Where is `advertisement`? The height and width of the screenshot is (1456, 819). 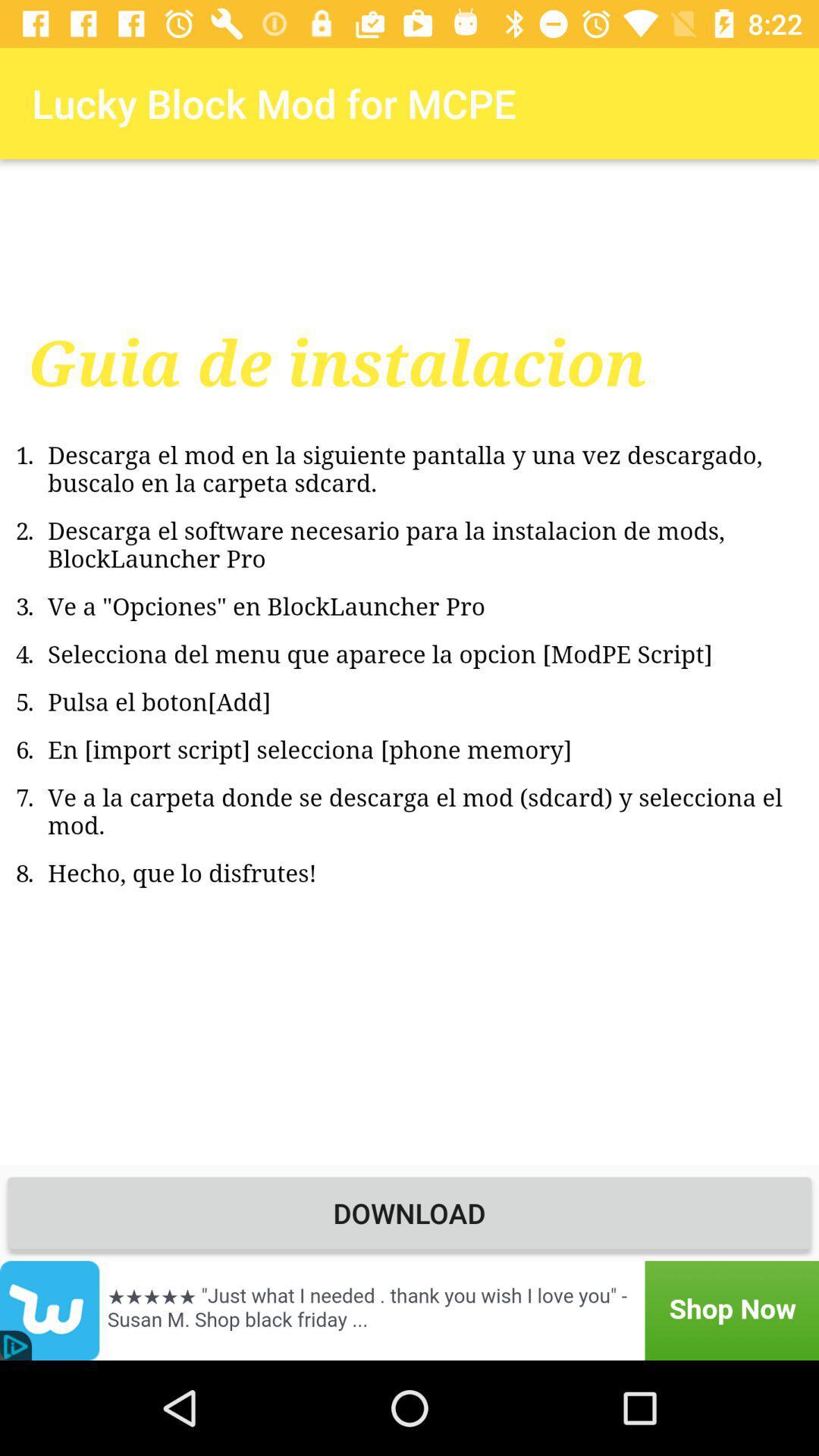 advertisement is located at coordinates (409, 1310).